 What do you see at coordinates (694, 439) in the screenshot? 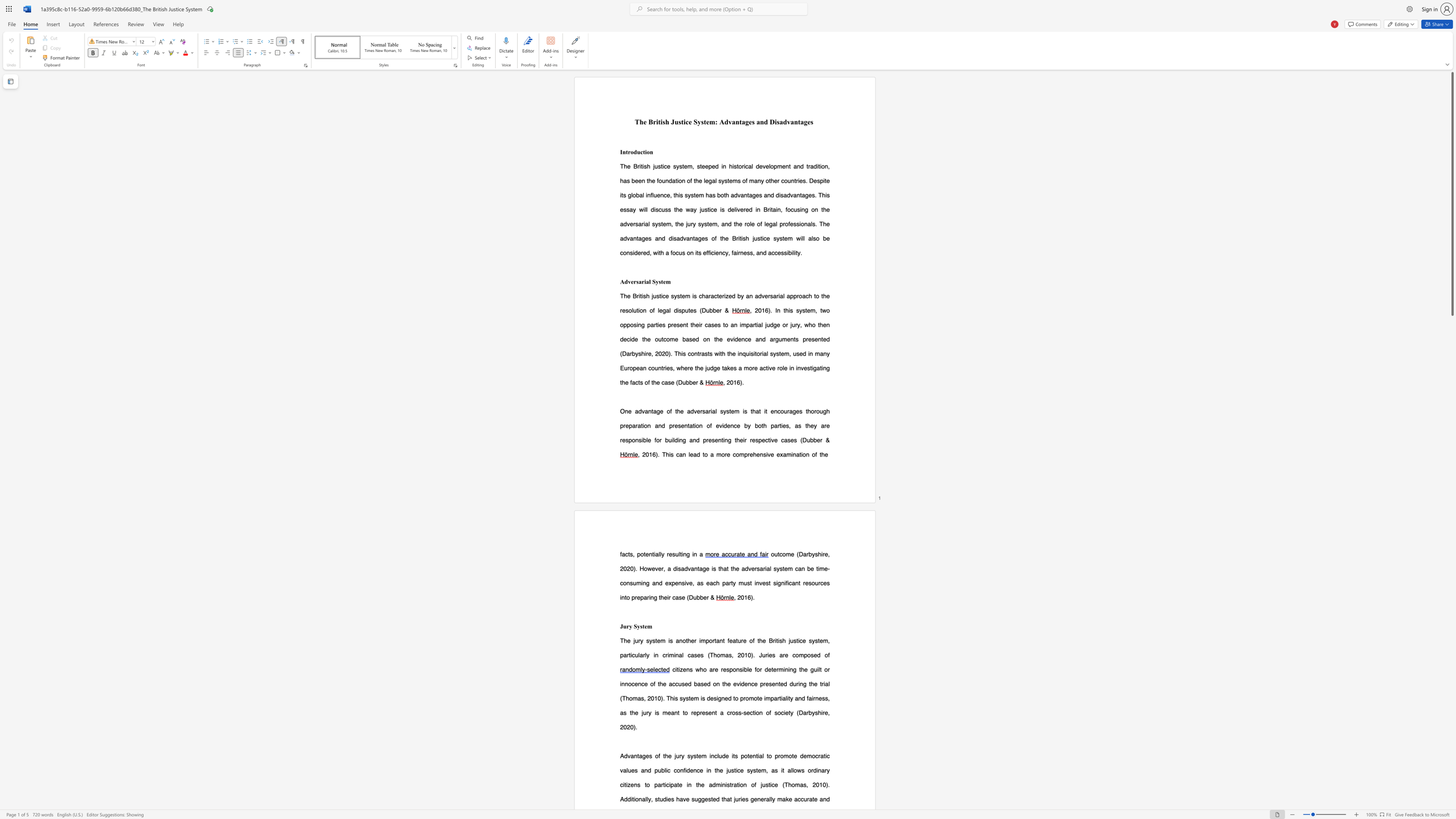
I see `the 2th character "n" in the text` at bounding box center [694, 439].